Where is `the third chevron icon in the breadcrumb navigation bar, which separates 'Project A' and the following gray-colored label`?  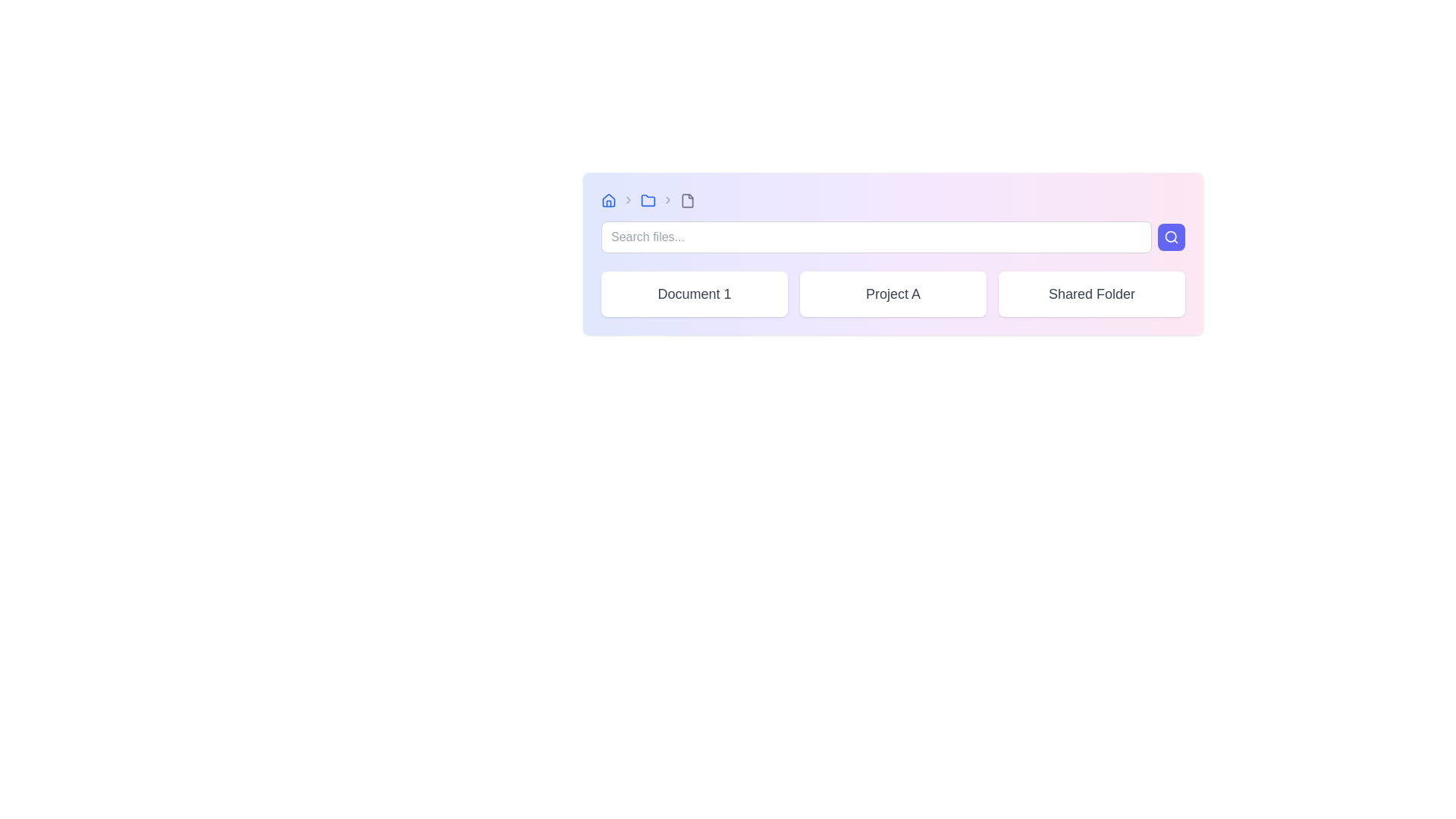
the third chevron icon in the breadcrumb navigation bar, which separates 'Project A' and the following gray-colored label is located at coordinates (667, 199).